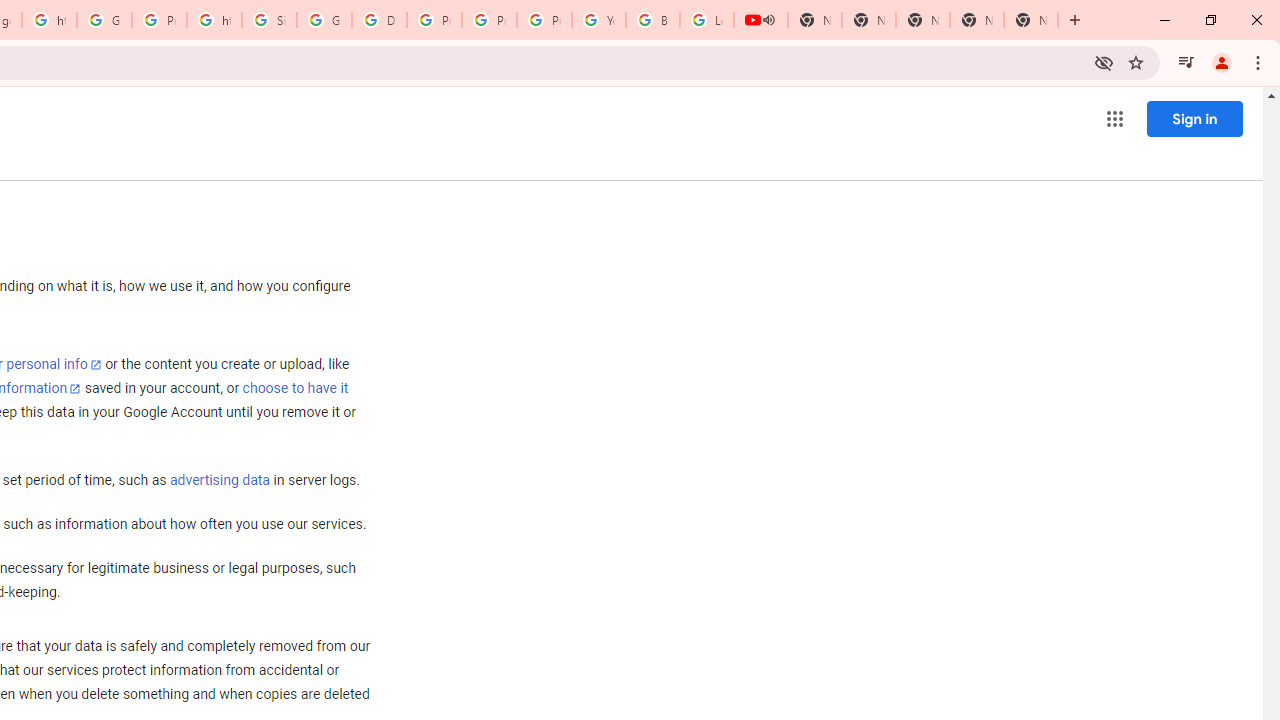 This screenshot has width=1280, height=720. What do you see at coordinates (268, 20) in the screenshot?
I see `'Sign in - Google Accounts'` at bounding box center [268, 20].